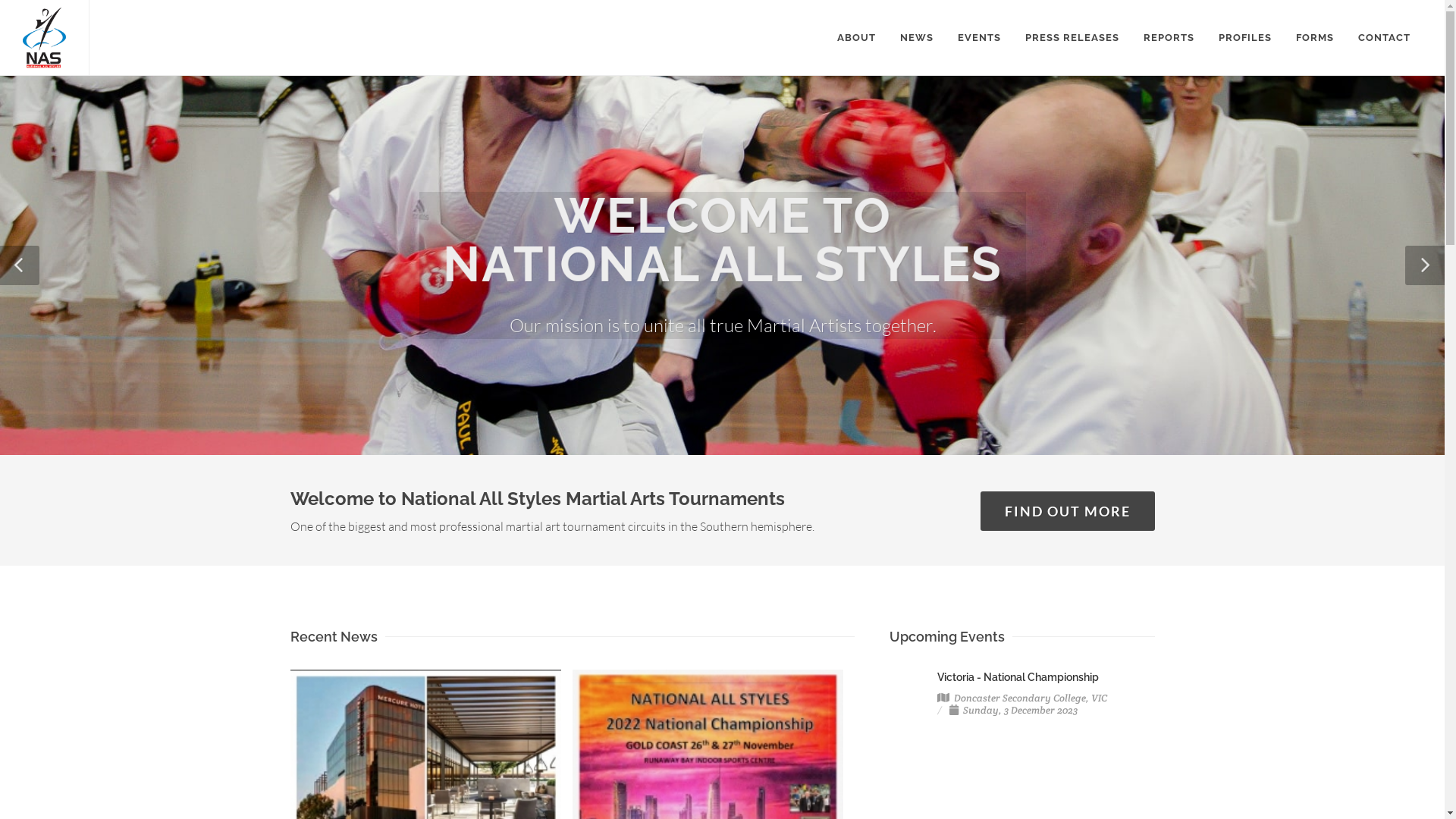 The height and width of the screenshot is (819, 1456). Describe the element at coordinates (1065, 511) in the screenshot. I see `'FIND OUT MORE'` at that location.